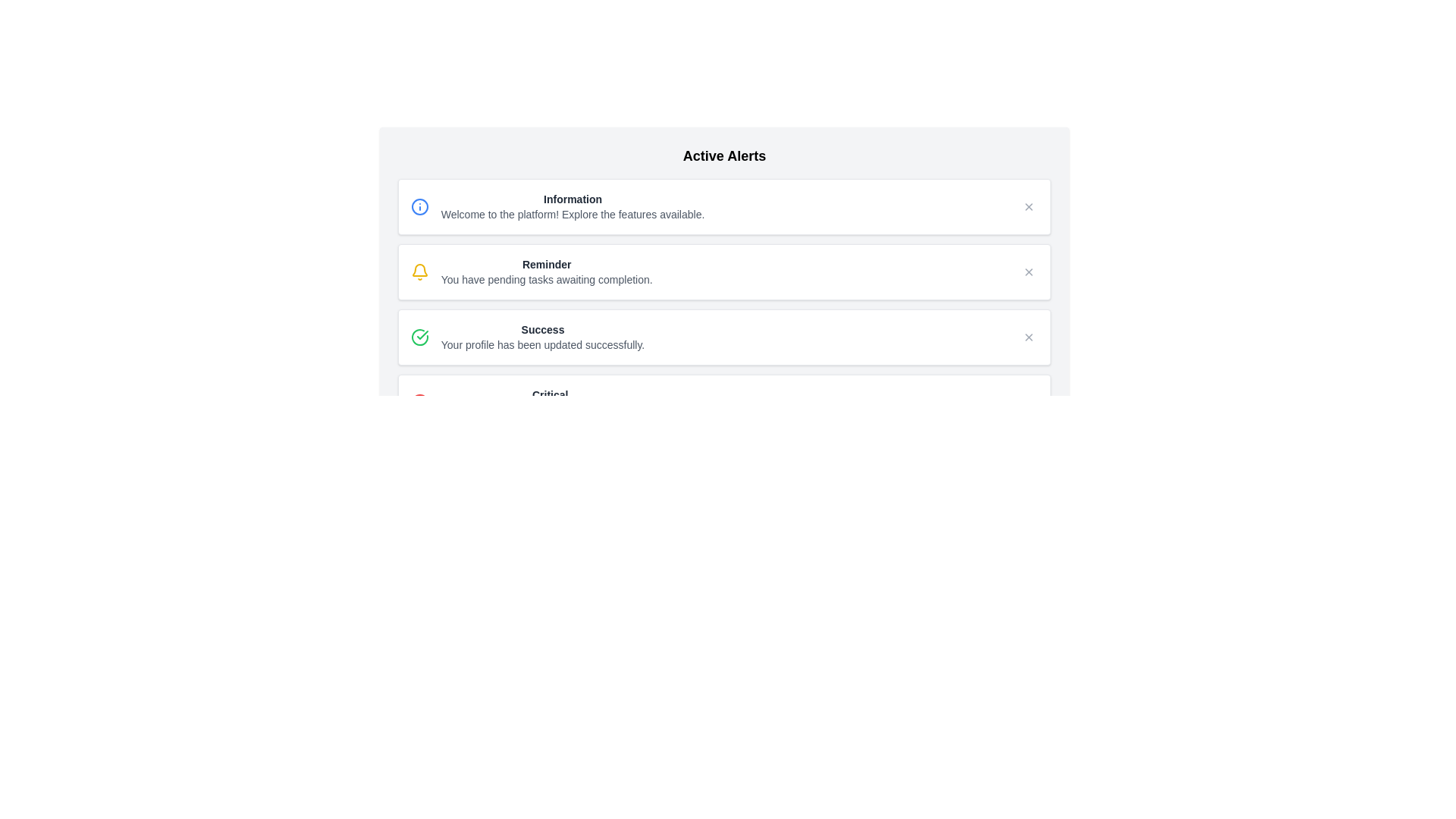 The height and width of the screenshot is (819, 1456). Describe the element at coordinates (1029, 271) in the screenshot. I see `the 'X' icon button located at the right-hand edge of the 'Reminder' alert` at that location.